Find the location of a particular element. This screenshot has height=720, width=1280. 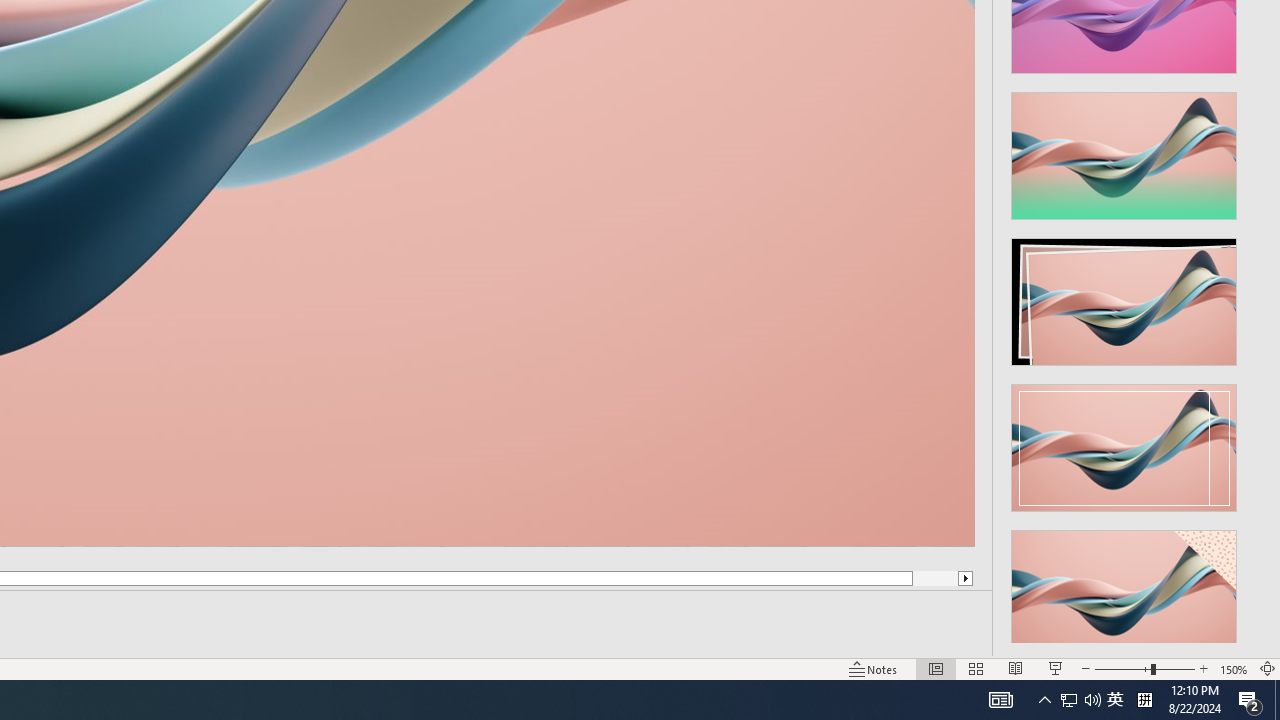

'Zoom 150%' is located at coordinates (1233, 669).